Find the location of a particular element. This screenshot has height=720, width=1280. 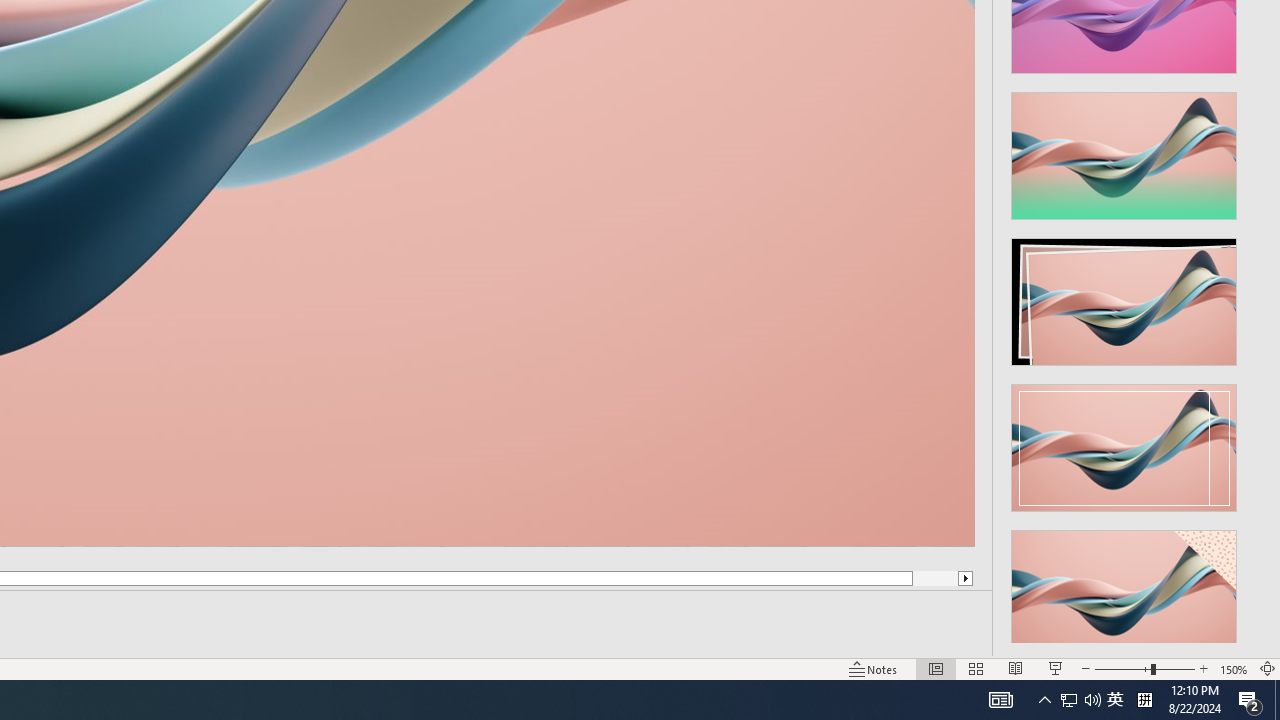

'Zoom 150%' is located at coordinates (1233, 669).